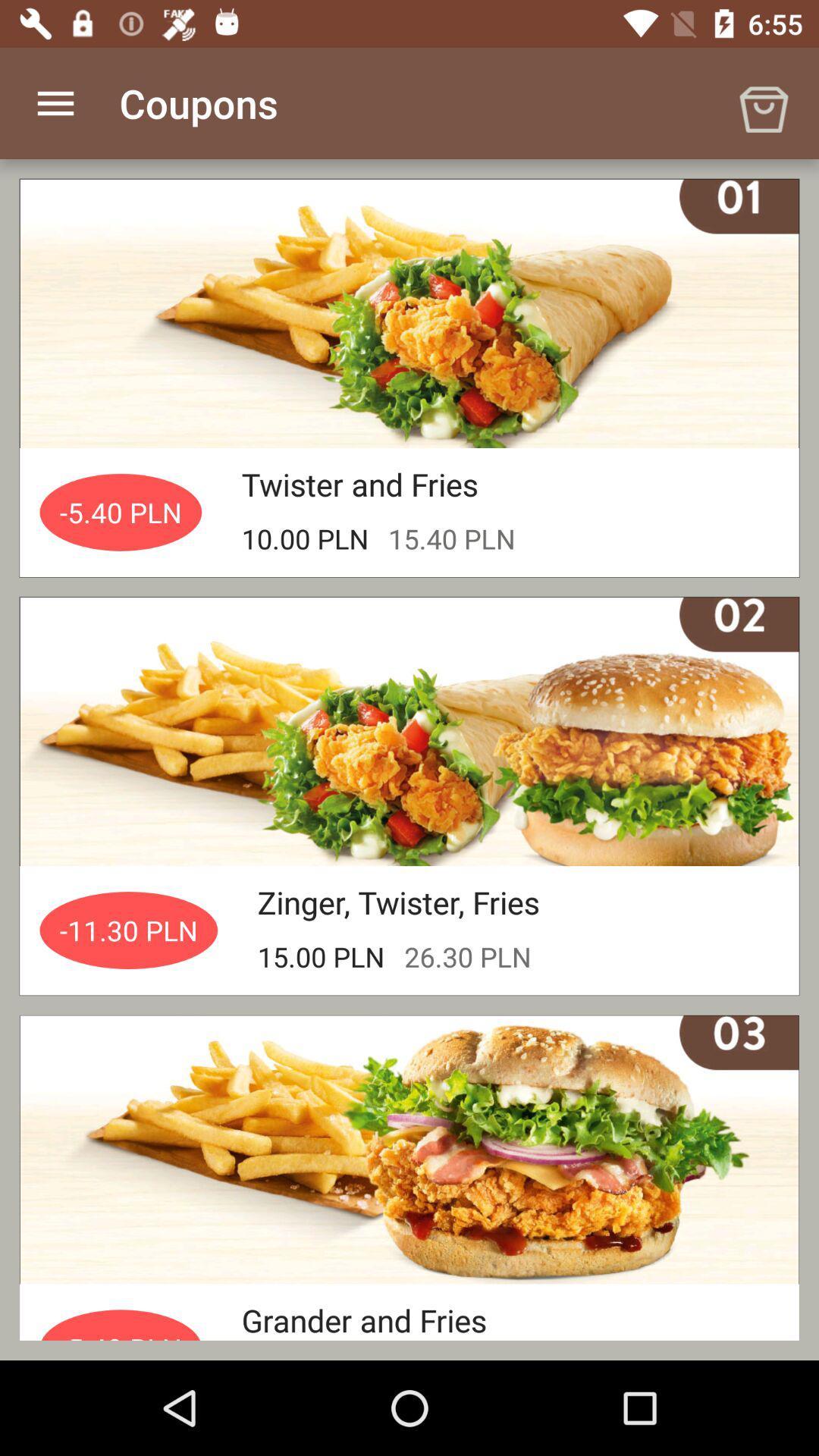  I want to click on item next to the coupons icon, so click(763, 102).